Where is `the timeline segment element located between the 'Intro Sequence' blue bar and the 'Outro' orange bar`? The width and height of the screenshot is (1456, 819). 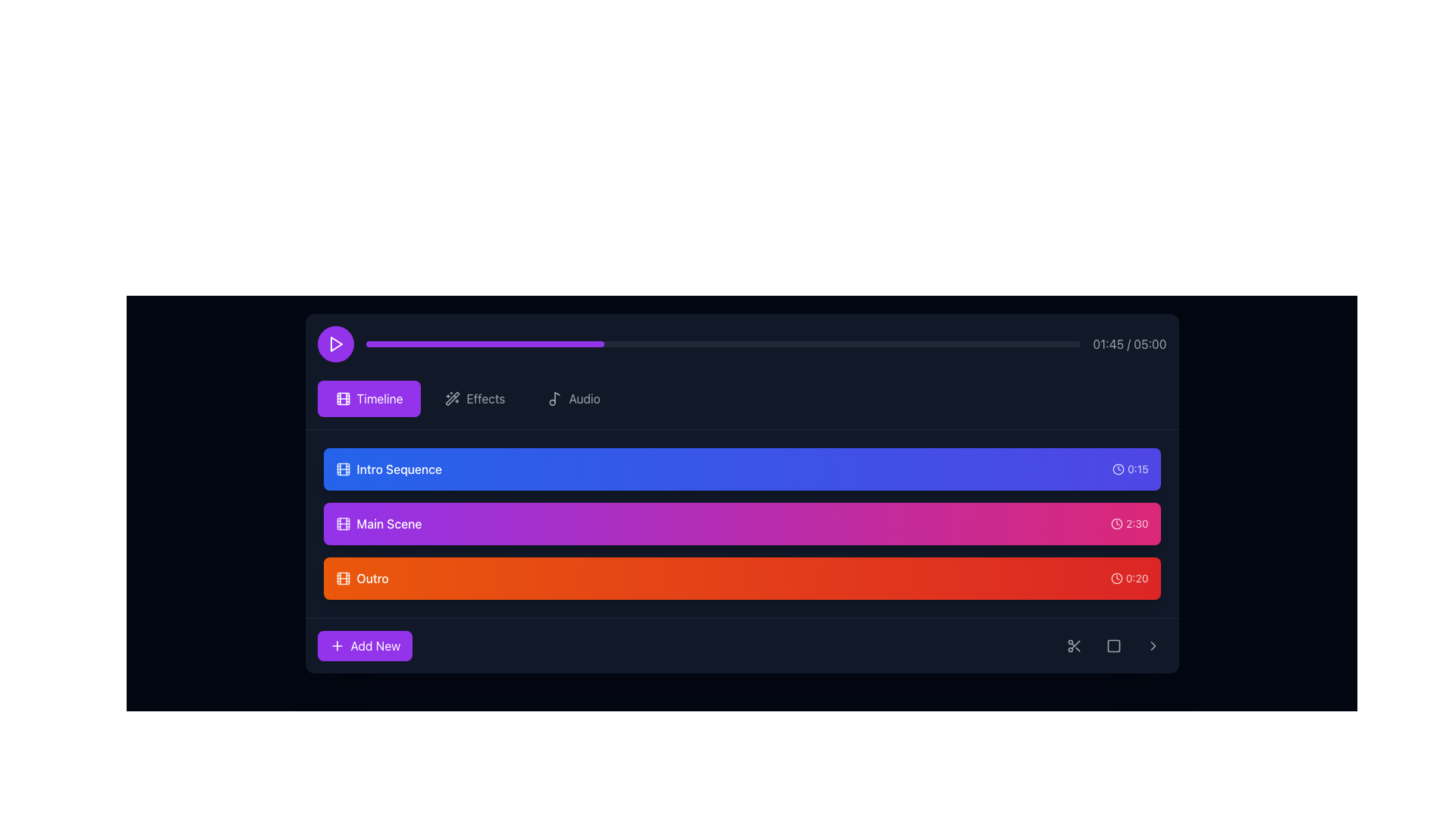 the timeline segment element located between the 'Intro Sequence' blue bar and the 'Outro' orange bar is located at coordinates (742, 522).